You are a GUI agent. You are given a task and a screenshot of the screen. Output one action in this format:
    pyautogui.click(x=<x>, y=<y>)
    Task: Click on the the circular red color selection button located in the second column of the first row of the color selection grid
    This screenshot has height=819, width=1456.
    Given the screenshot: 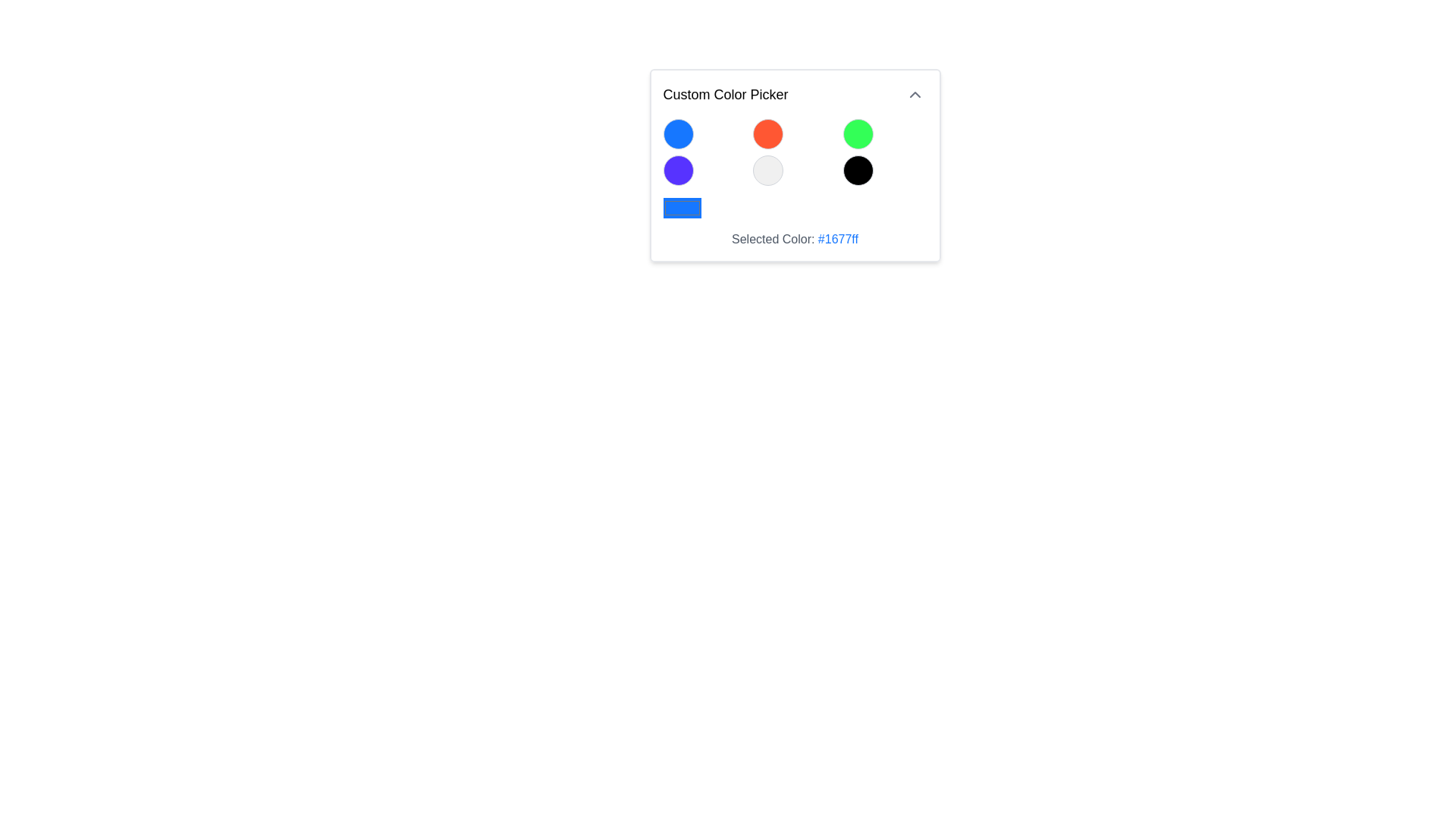 What is the action you would take?
    pyautogui.click(x=768, y=133)
    